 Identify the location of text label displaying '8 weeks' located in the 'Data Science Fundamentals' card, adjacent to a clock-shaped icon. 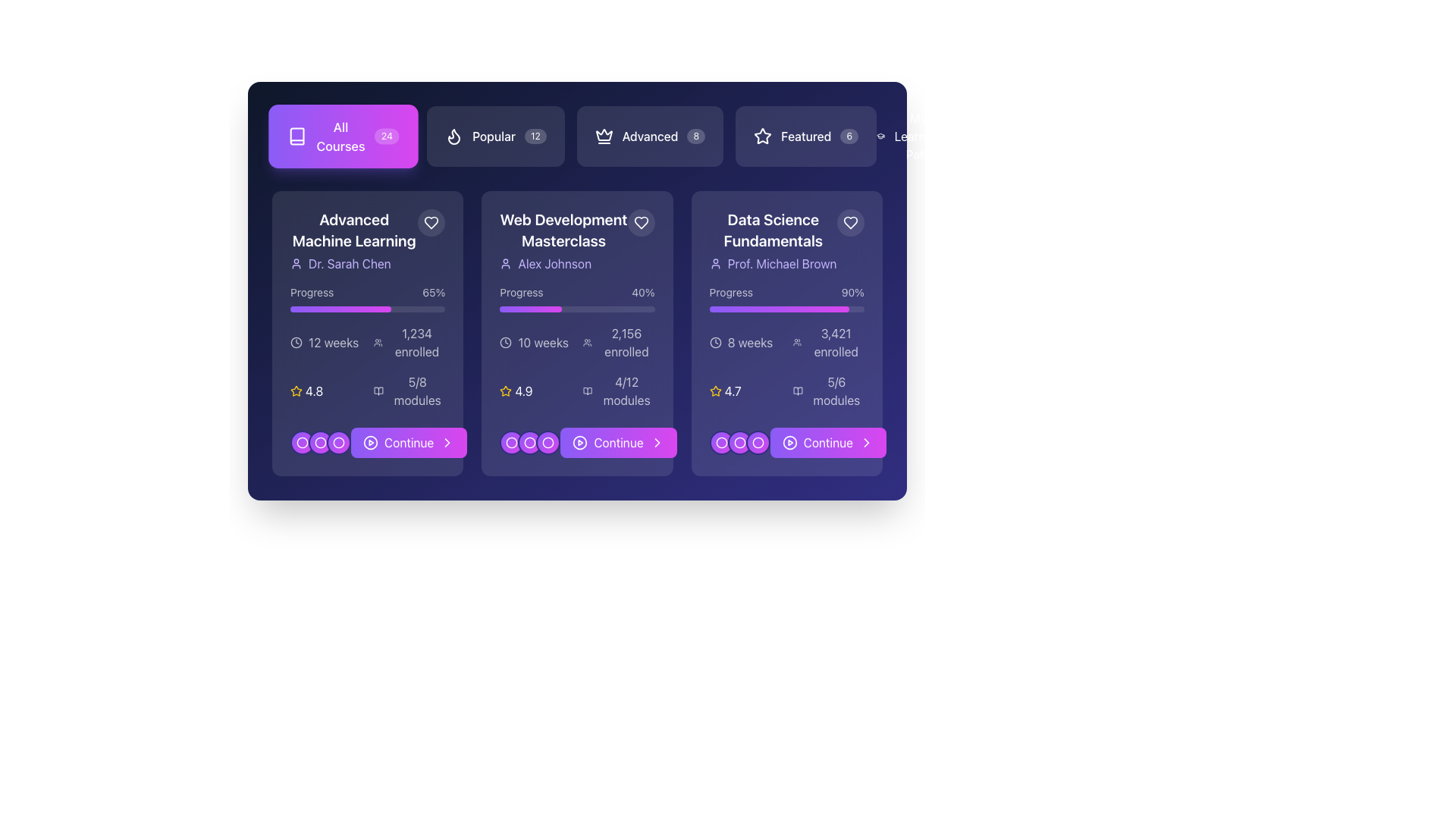
(750, 342).